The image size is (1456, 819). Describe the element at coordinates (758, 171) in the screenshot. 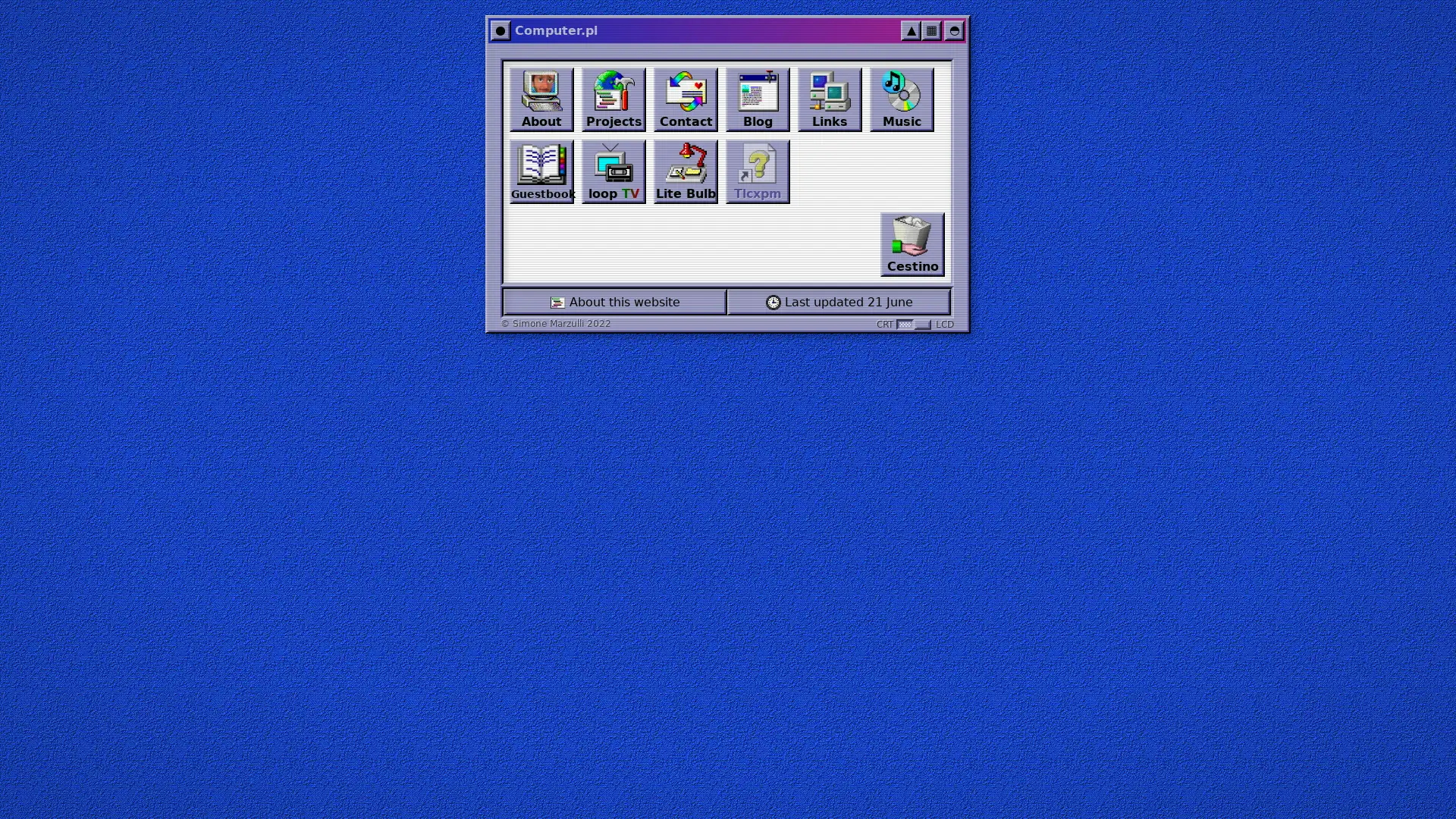

I see `corrupted file icon Xhkova` at that location.